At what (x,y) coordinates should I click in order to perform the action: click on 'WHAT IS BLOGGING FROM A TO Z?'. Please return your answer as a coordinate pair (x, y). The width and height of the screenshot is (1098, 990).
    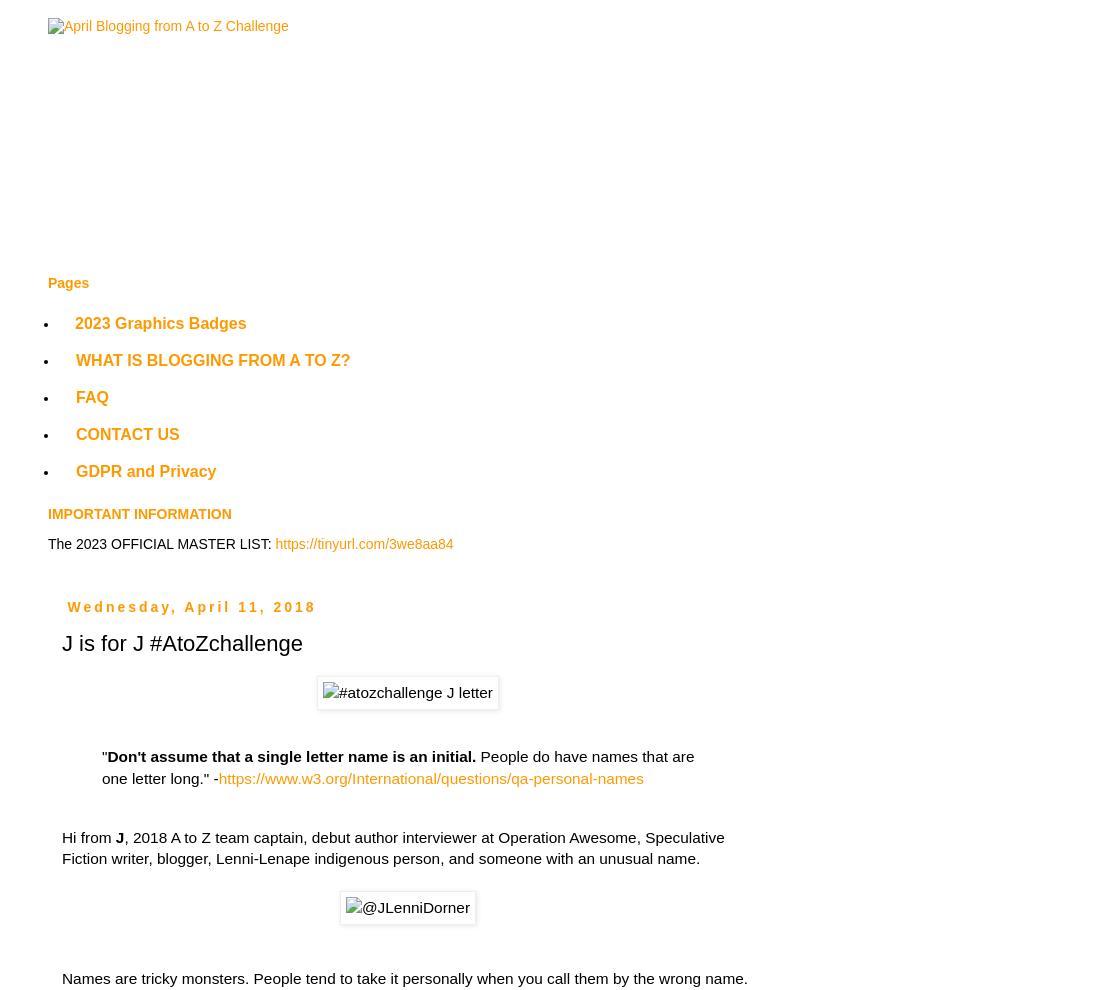
    Looking at the image, I should click on (74, 359).